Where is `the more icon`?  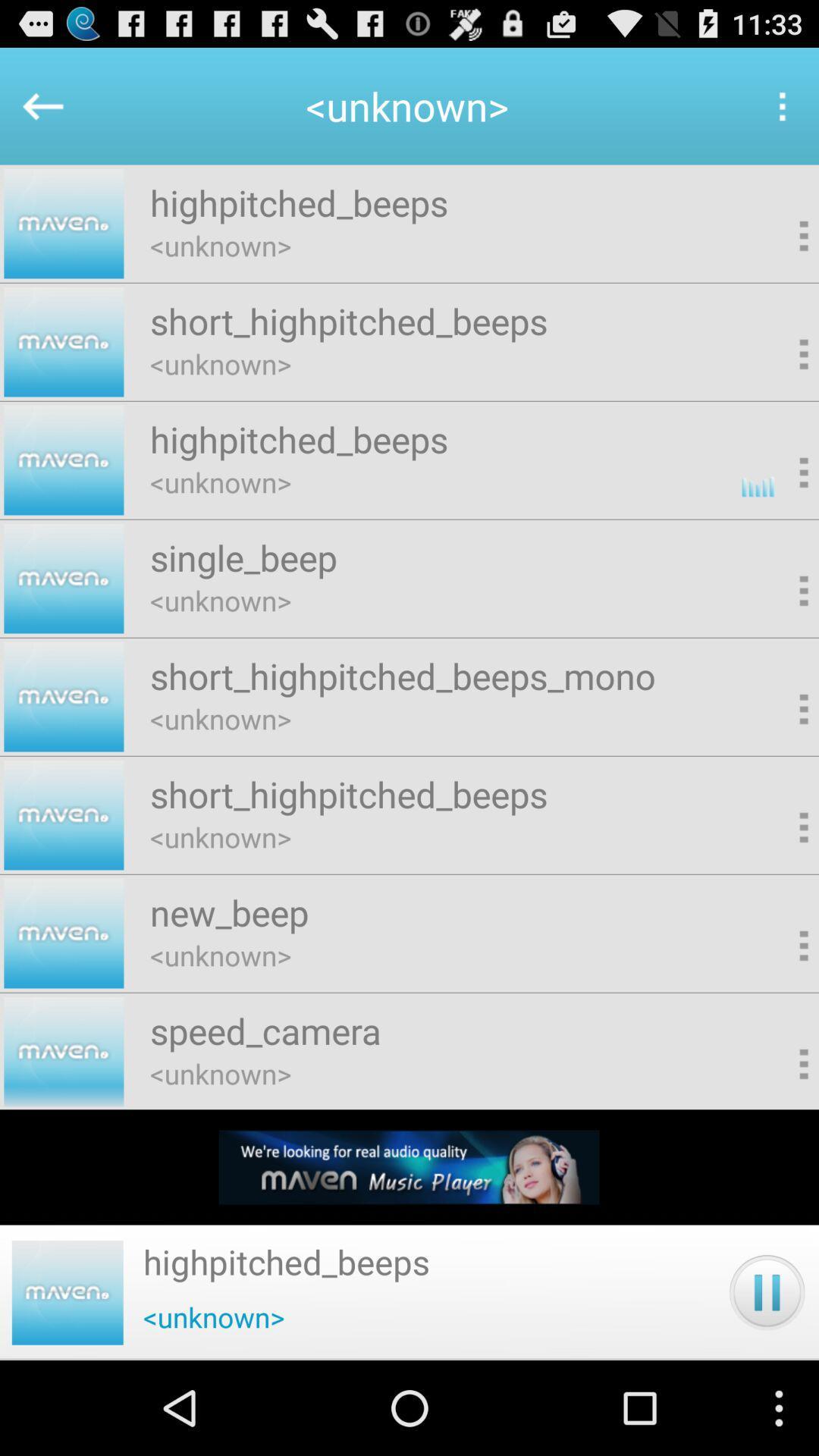 the more icon is located at coordinates (781, 113).